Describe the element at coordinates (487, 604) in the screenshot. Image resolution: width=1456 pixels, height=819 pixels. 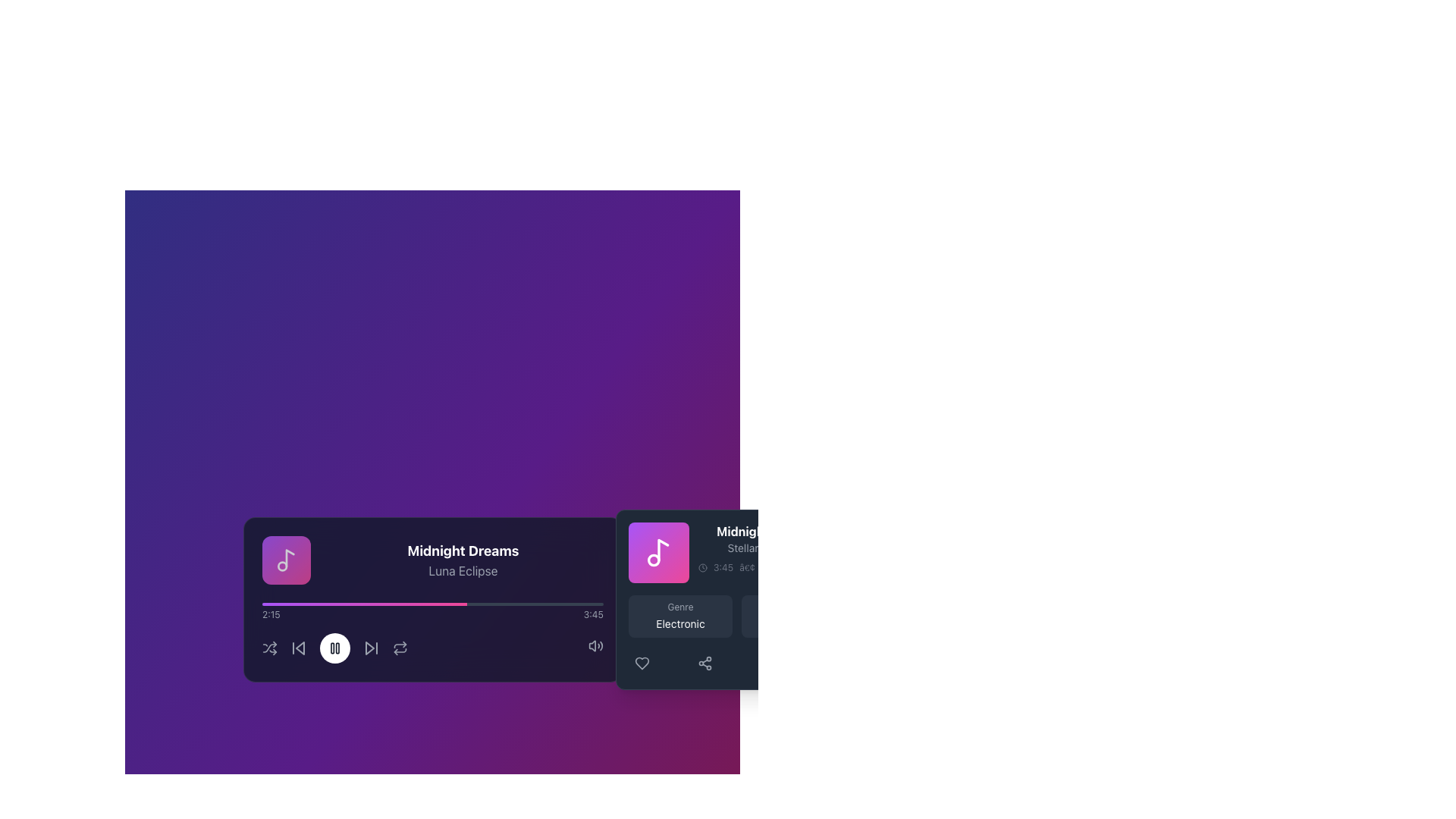
I see `playback progress` at that location.